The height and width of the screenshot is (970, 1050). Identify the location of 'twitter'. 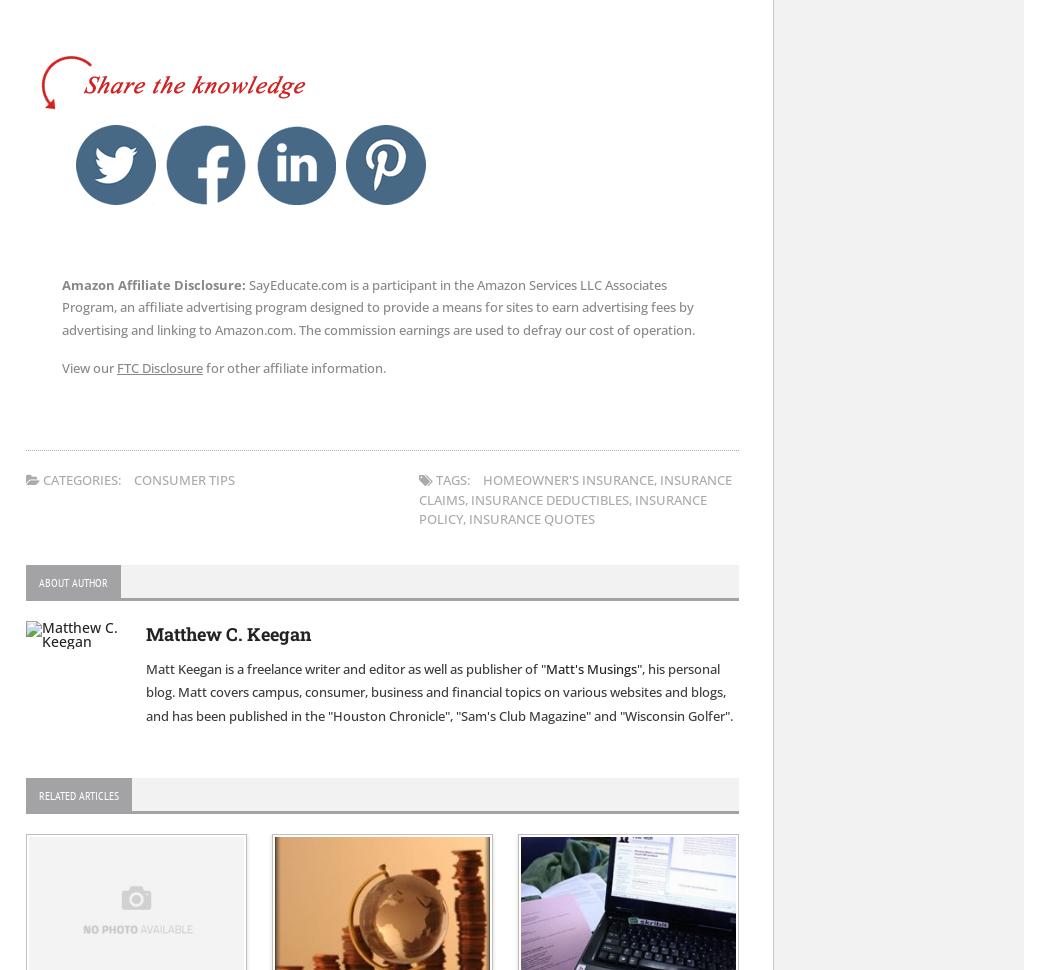
(177, 130).